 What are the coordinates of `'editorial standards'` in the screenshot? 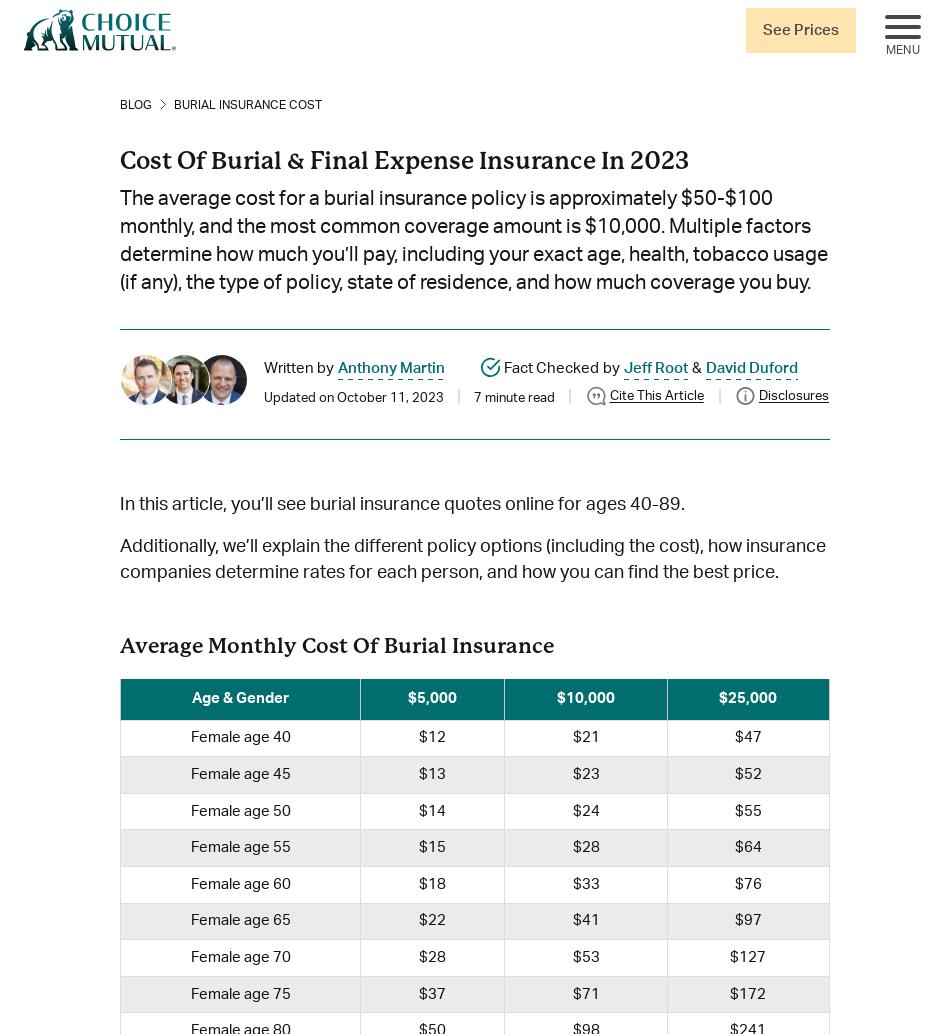 It's located at (492, 522).